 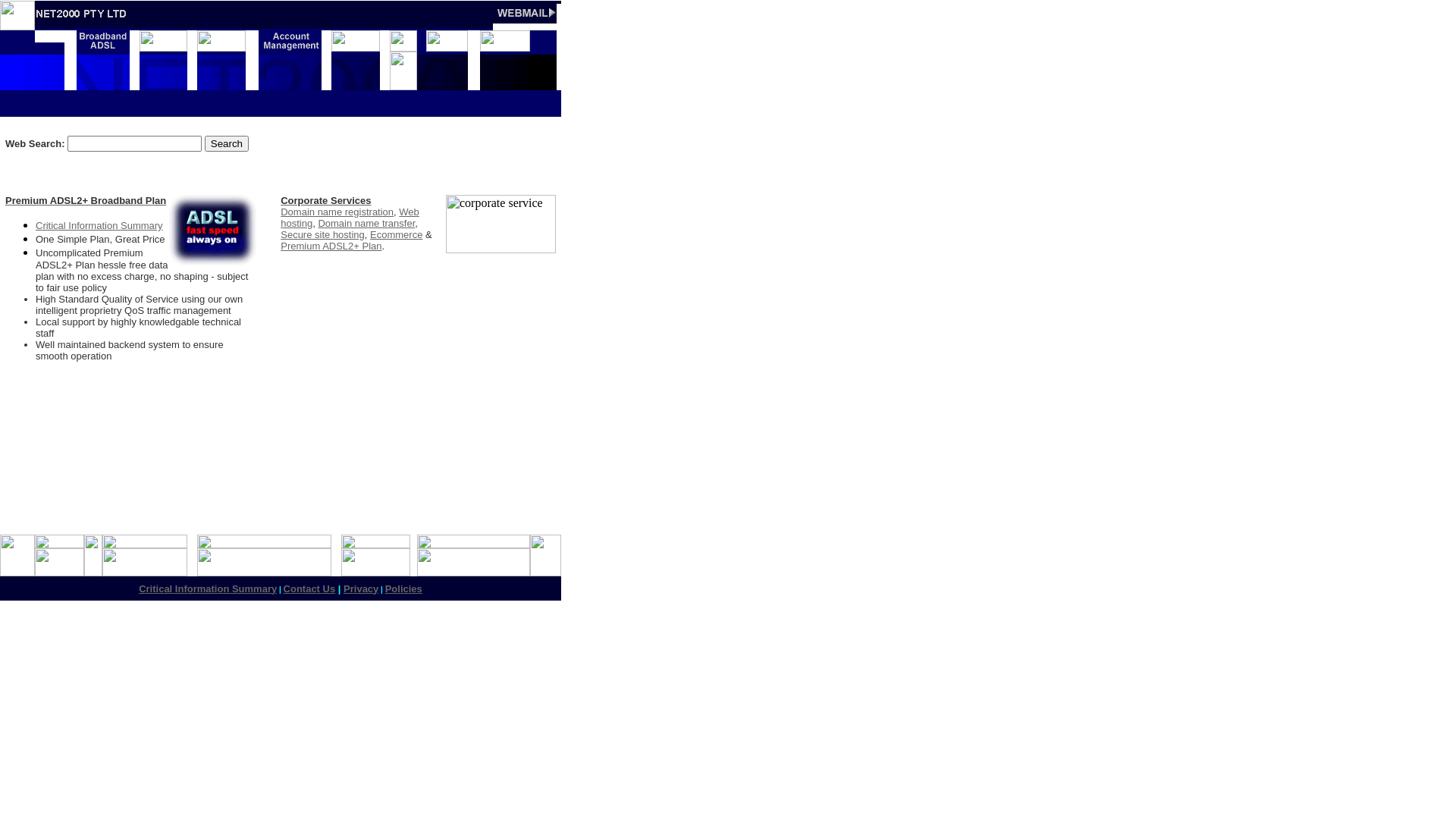 What do you see at coordinates (280, 199) in the screenshot?
I see `'Corporate Services'` at bounding box center [280, 199].